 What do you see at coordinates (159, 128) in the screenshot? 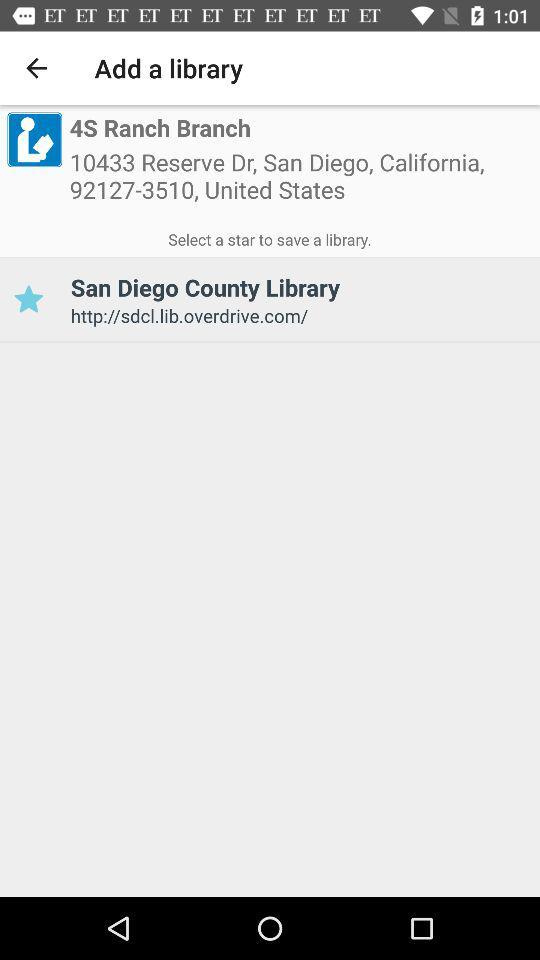
I see `item above the 10433 reserve dr` at bounding box center [159, 128].